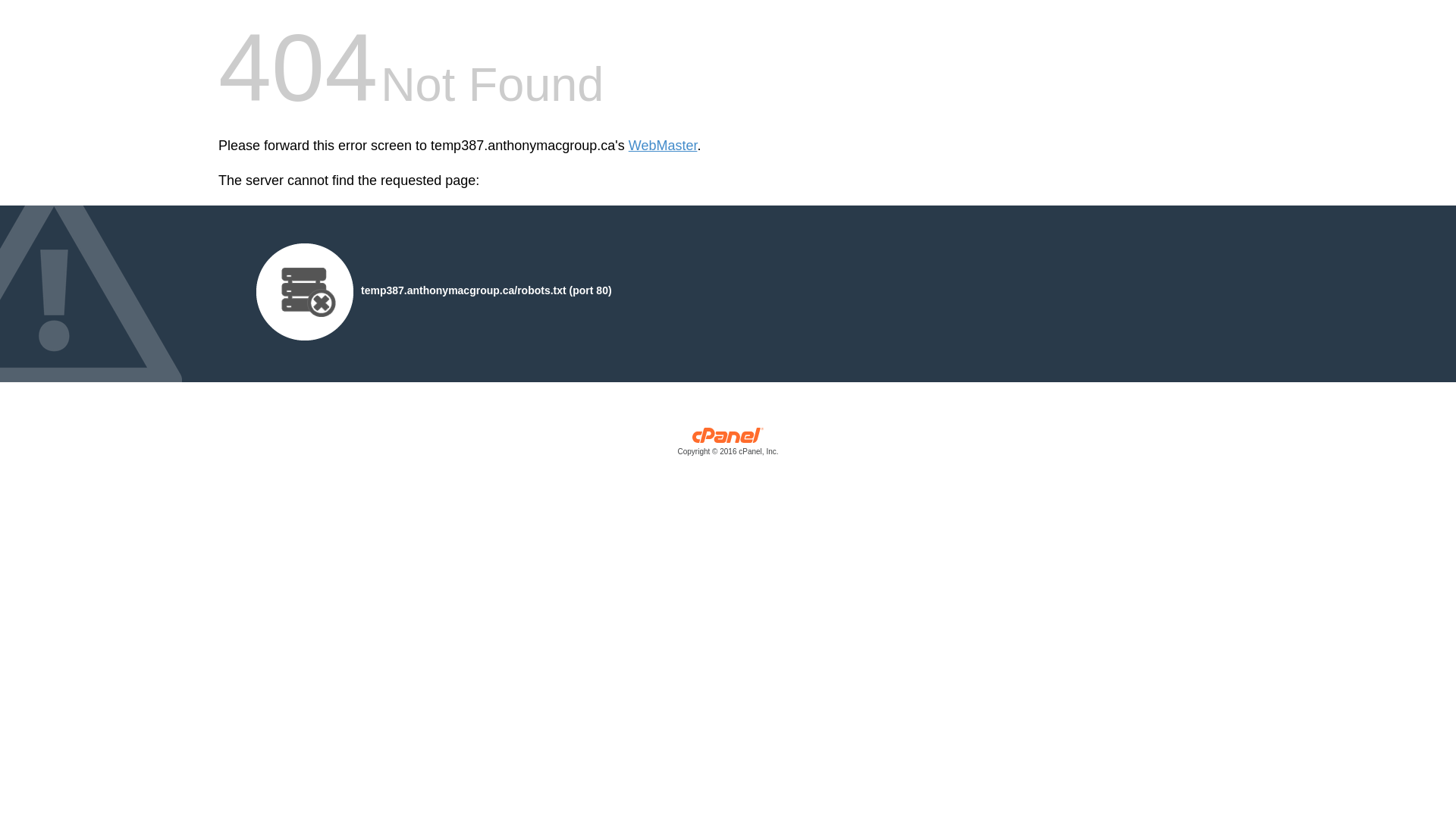 The height and width of the screenshot is (819, 1456). I want to click on 'WebMaster', so click(663, 146).